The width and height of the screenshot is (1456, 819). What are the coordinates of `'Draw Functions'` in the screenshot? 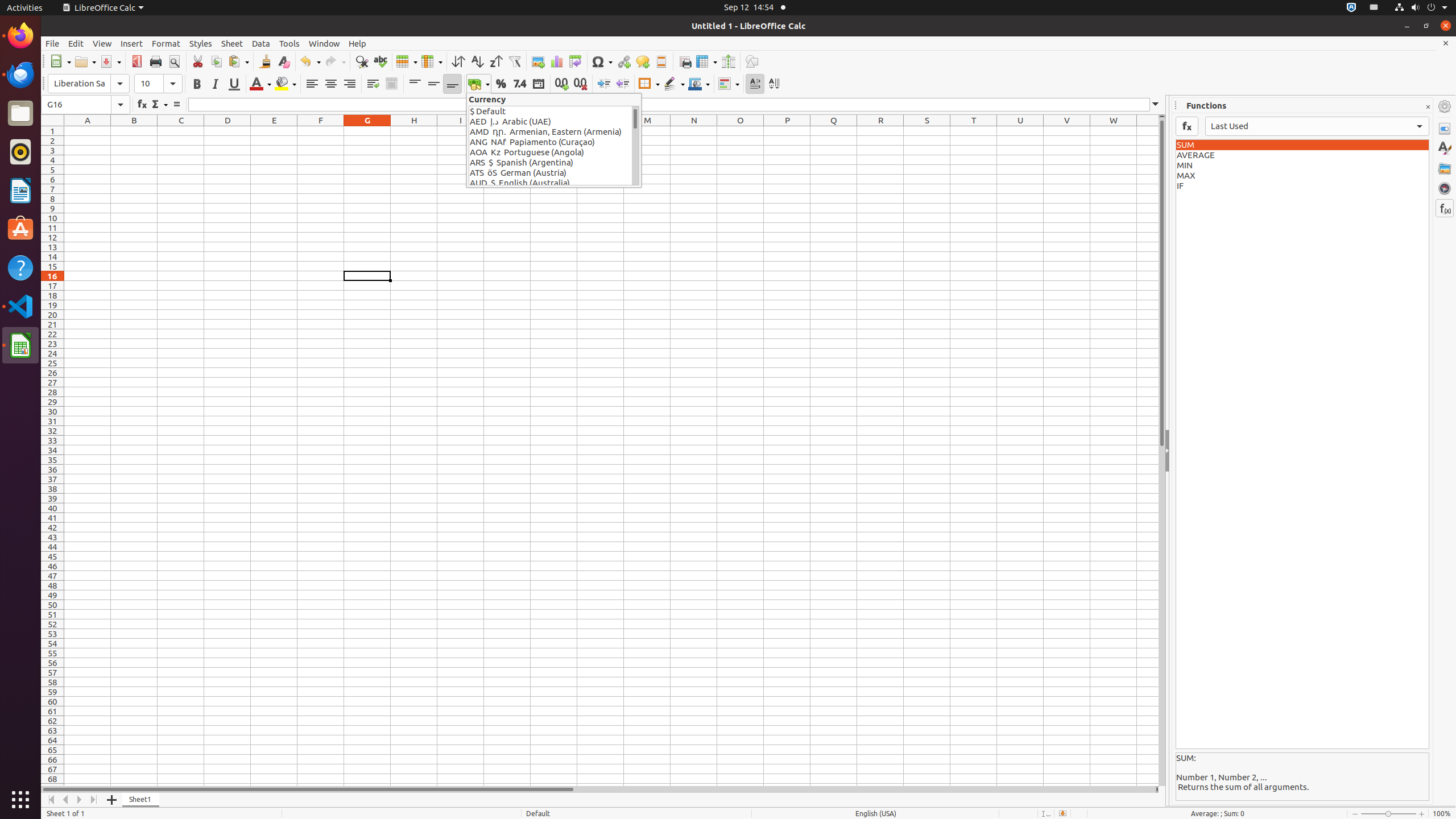 It's located at (751, 61).